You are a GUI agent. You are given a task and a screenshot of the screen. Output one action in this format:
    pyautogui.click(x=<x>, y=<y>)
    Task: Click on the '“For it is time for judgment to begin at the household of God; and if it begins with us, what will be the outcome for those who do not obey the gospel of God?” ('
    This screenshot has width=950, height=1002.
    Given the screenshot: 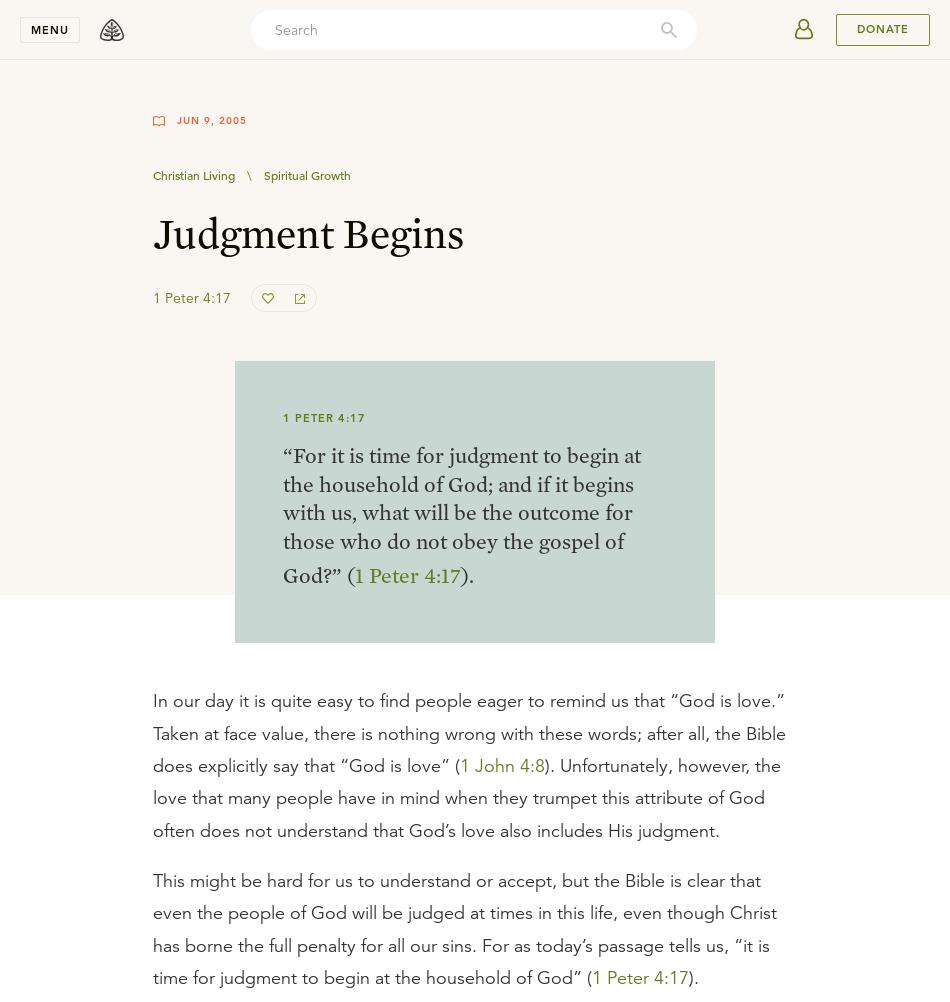 What is the action you would take?
    pyautogui.click(x=460, y=514)
    